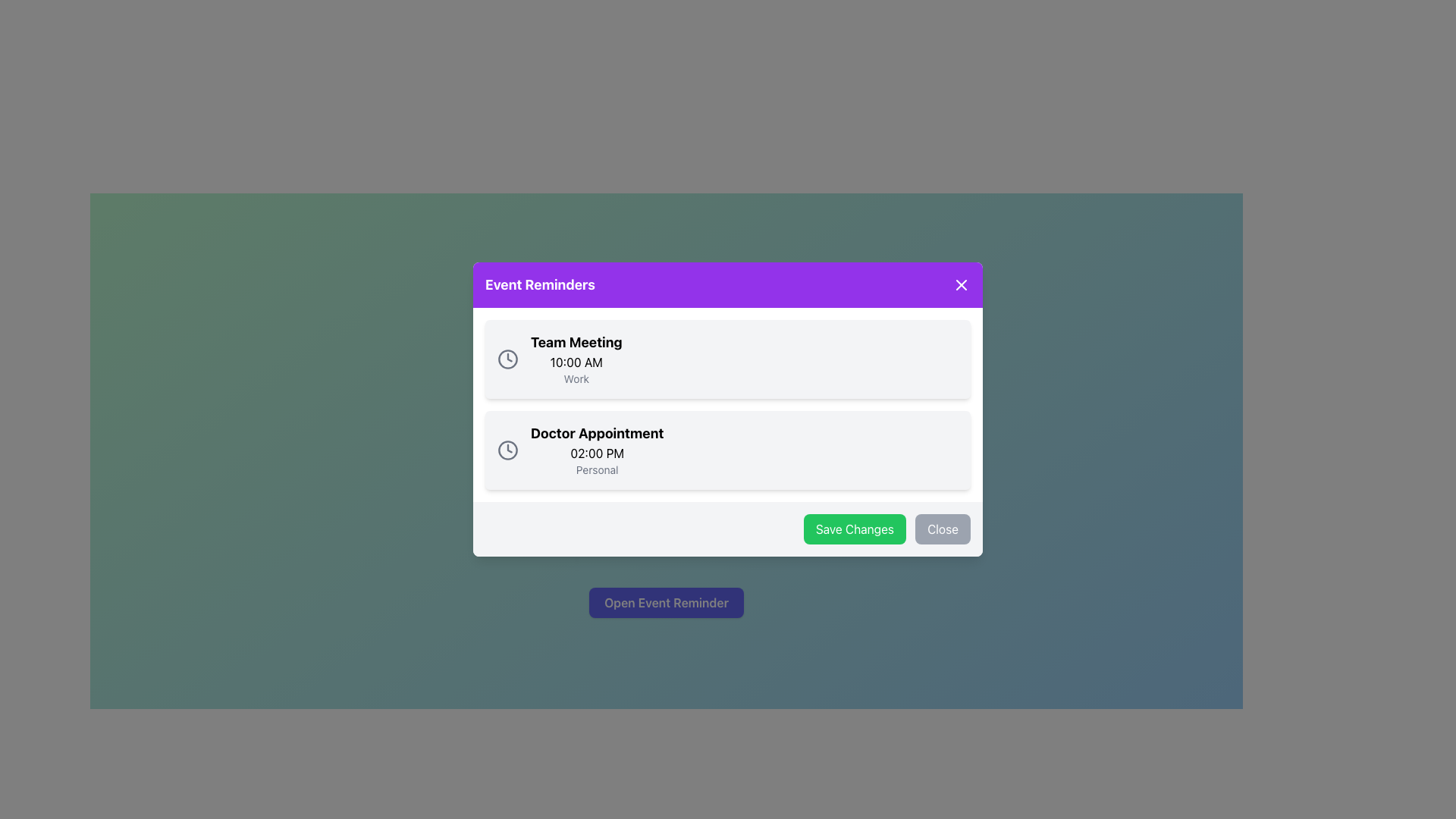  I want to click on the dismiss button located at the bottom-right corner of the modal, so click(942, 529).